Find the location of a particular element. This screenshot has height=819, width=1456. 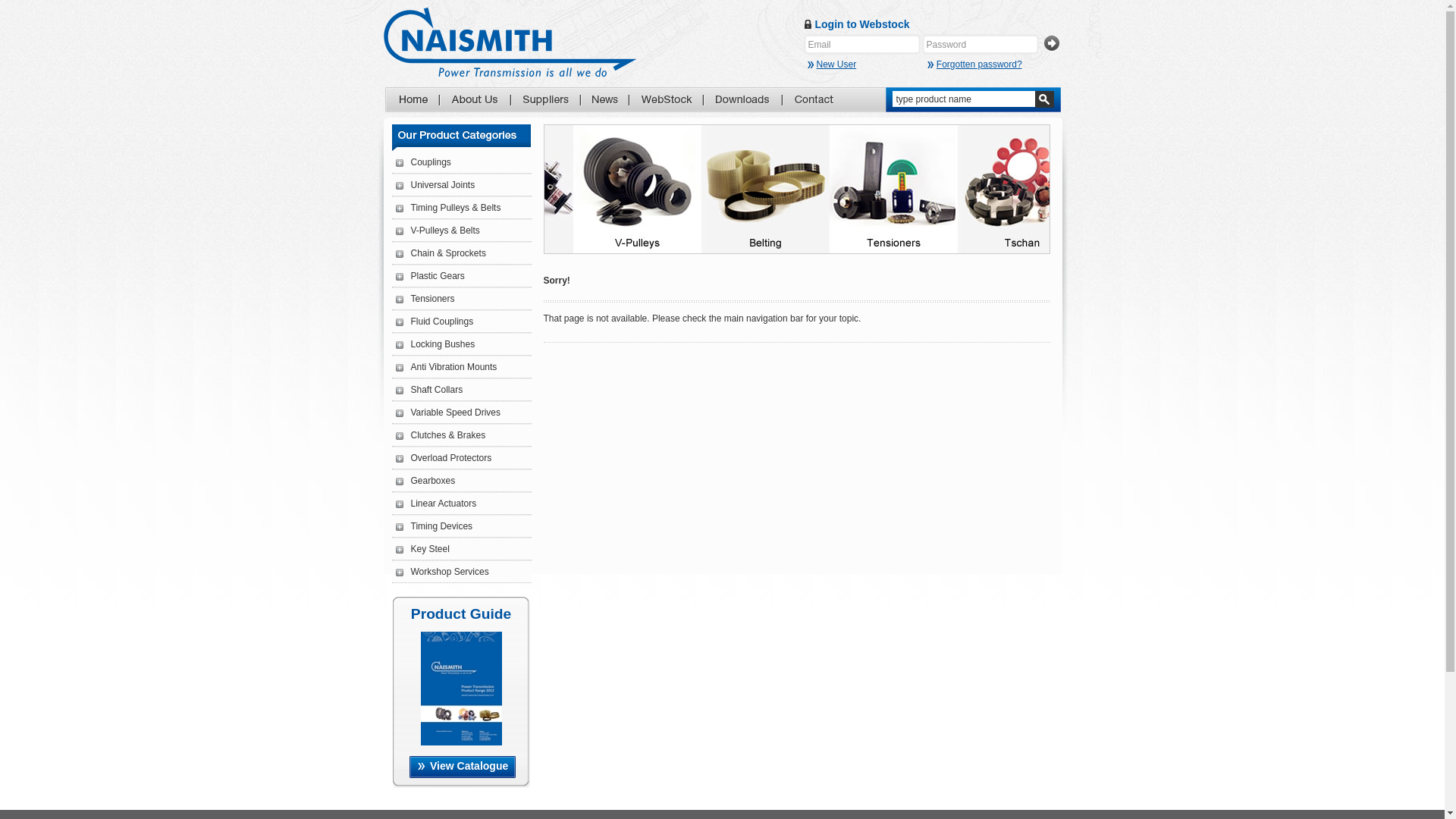

'Locking Bushes' is located at coordinates (435, 344).